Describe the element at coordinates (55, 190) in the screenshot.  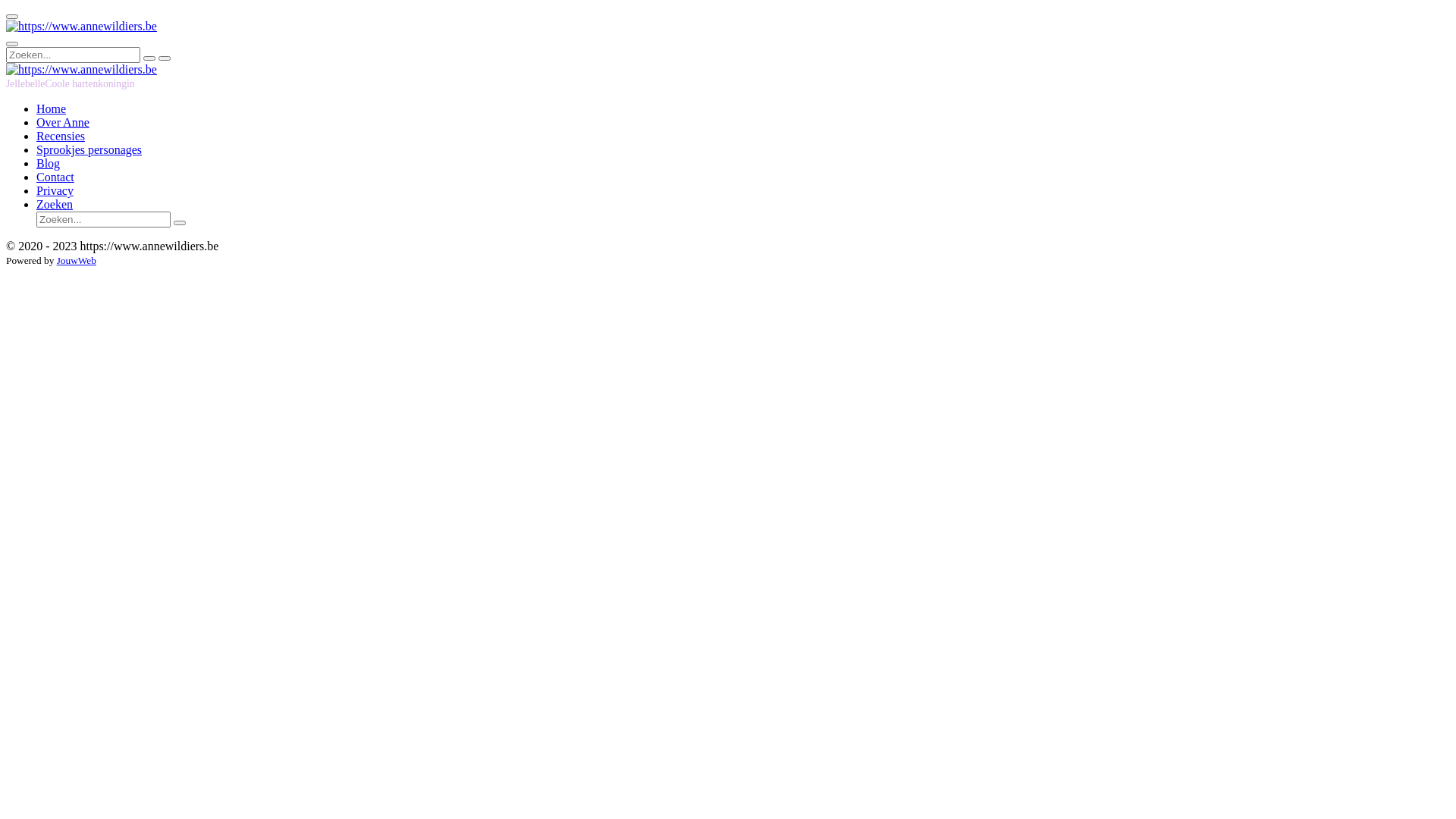
I see `'Privacy'` at that location.